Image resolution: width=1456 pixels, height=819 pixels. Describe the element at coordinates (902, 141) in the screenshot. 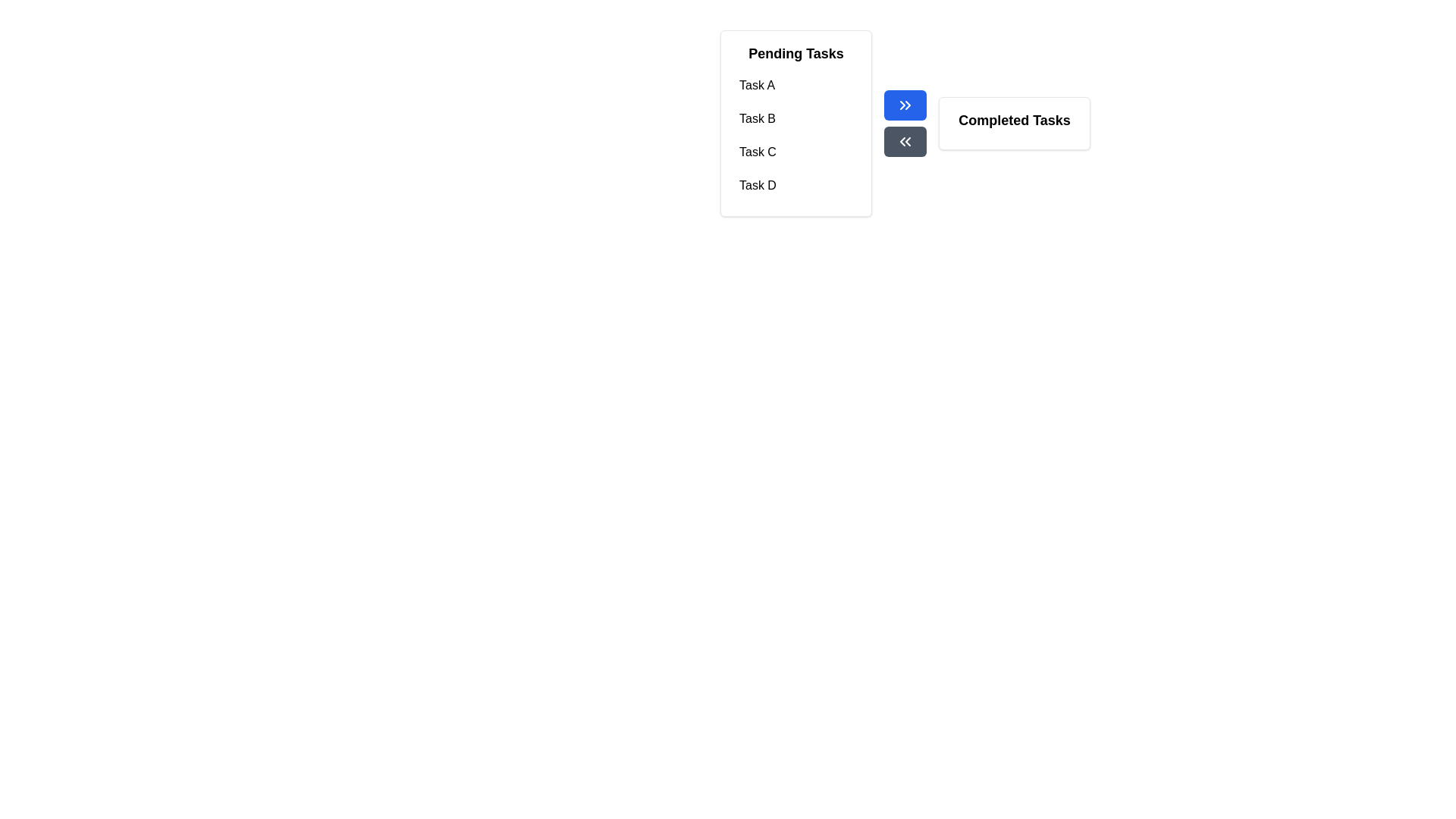

I see `the 'previous' chevron icon within the navigational button` at that location.